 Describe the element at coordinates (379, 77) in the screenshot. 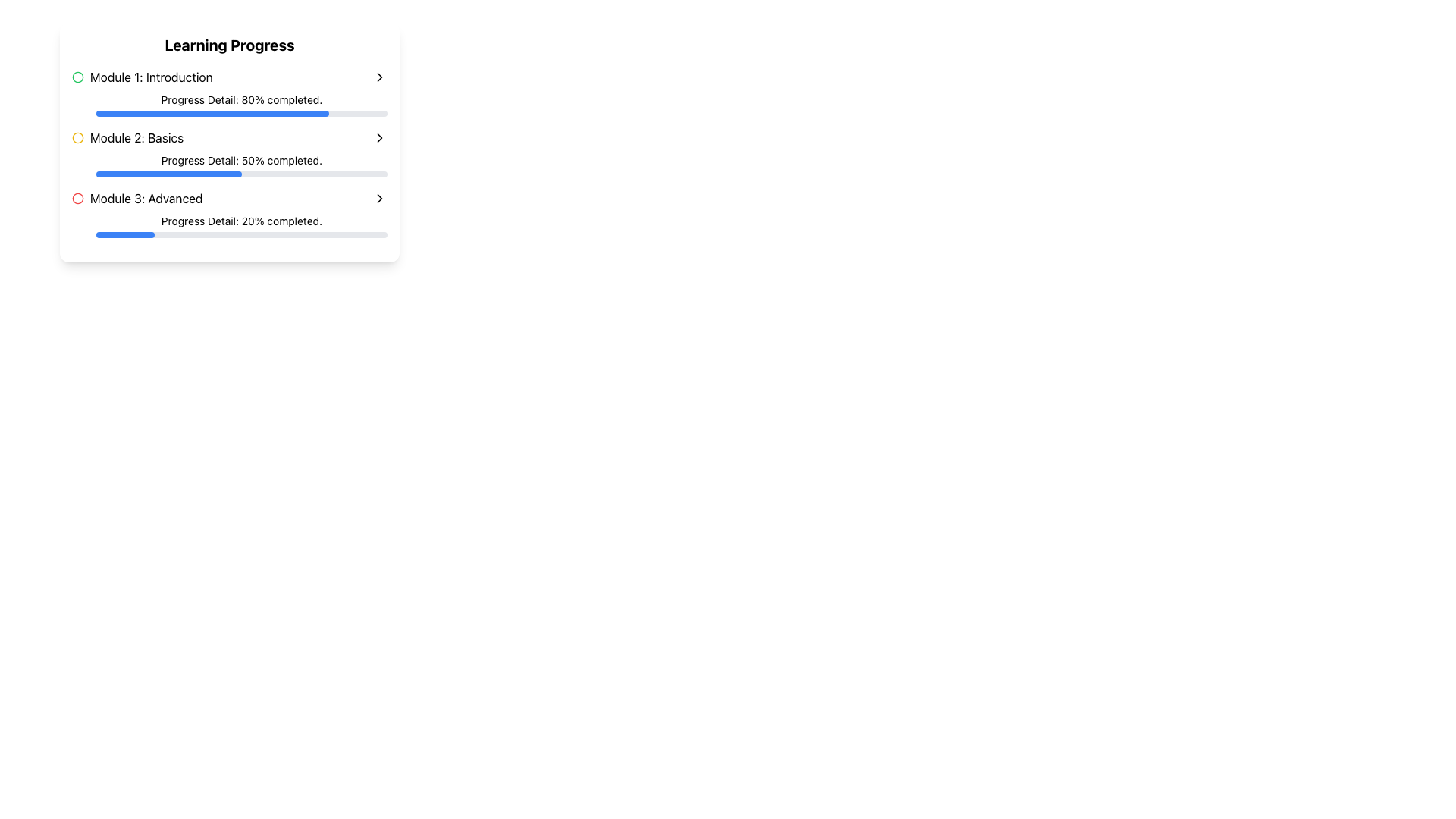

I see `the chevron icon for navigation located at the far right of 'Module 1: Introduction'` at that location.